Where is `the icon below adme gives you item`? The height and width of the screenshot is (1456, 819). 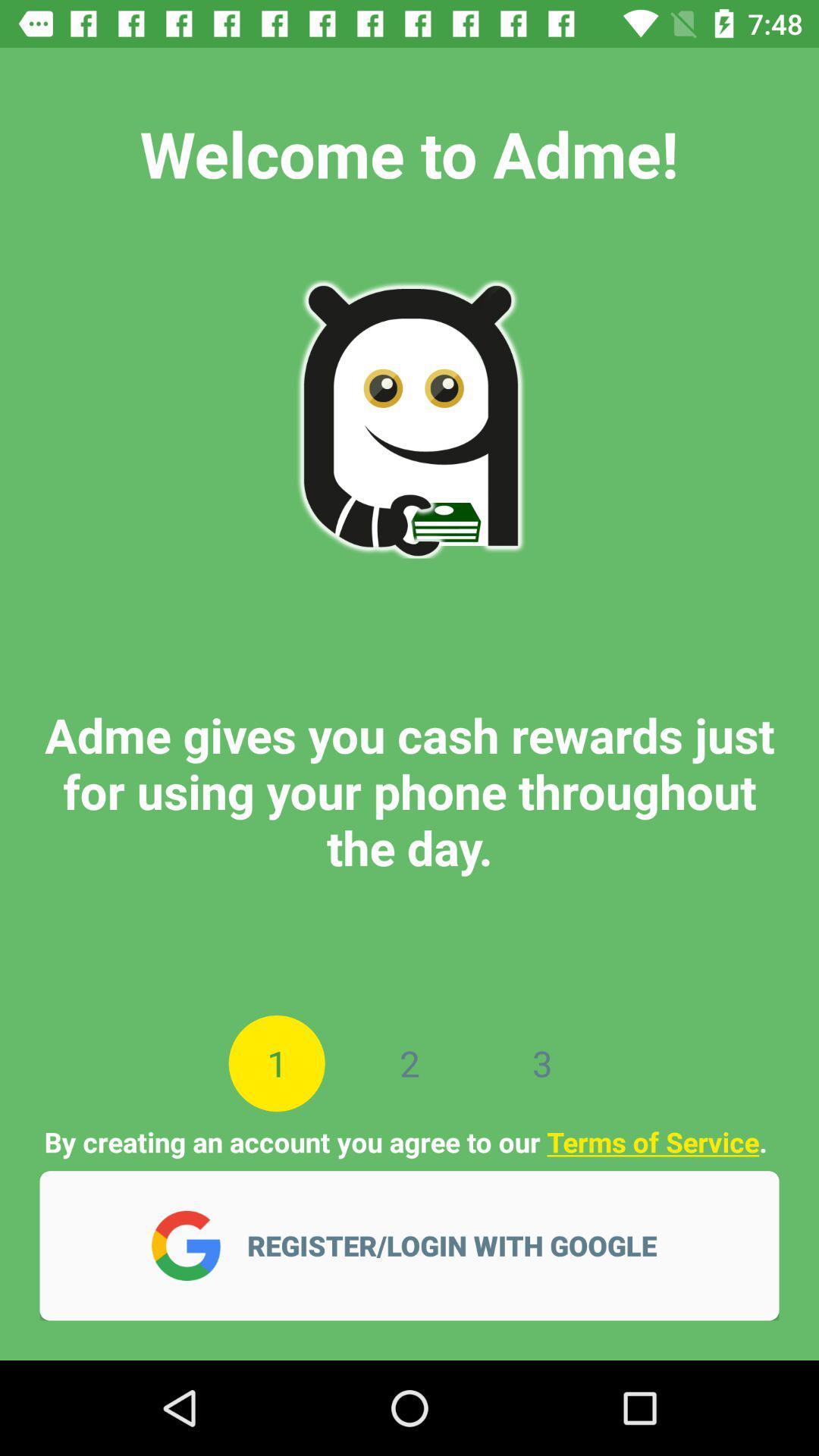
the icon below adme gives you item is located at coordinates (541, 1062).